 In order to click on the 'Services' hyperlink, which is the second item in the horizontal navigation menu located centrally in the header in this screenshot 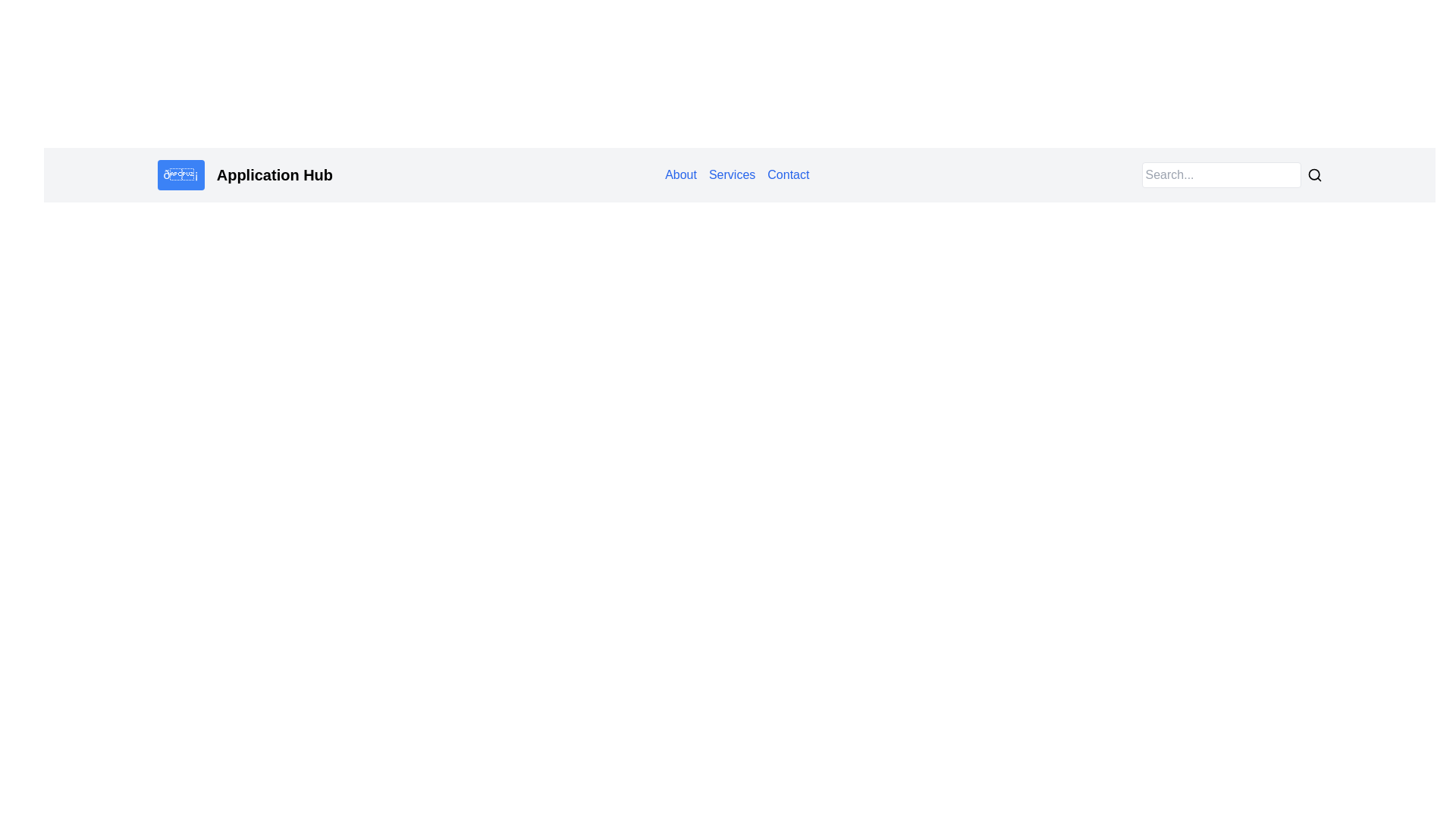, I will do `click(732, 174)`.